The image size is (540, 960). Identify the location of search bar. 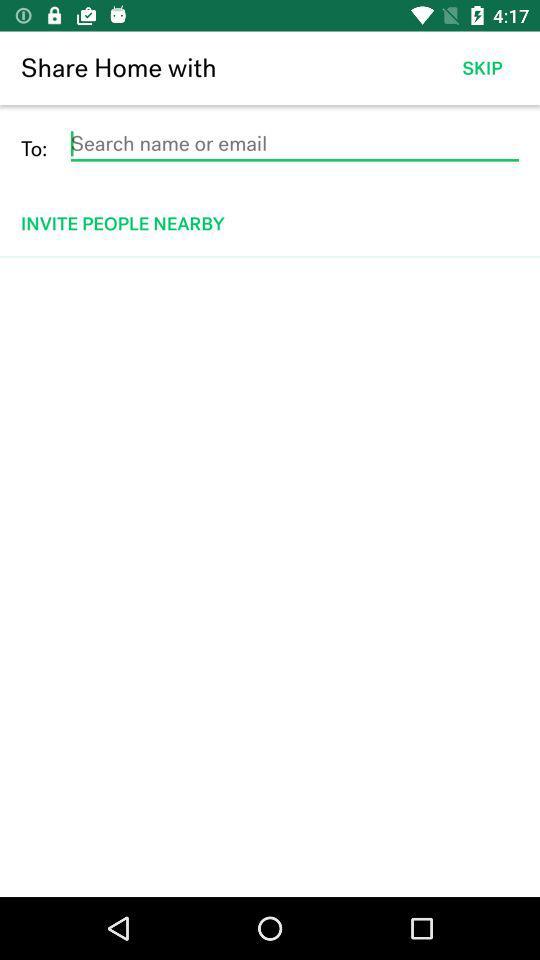
(293, 143).